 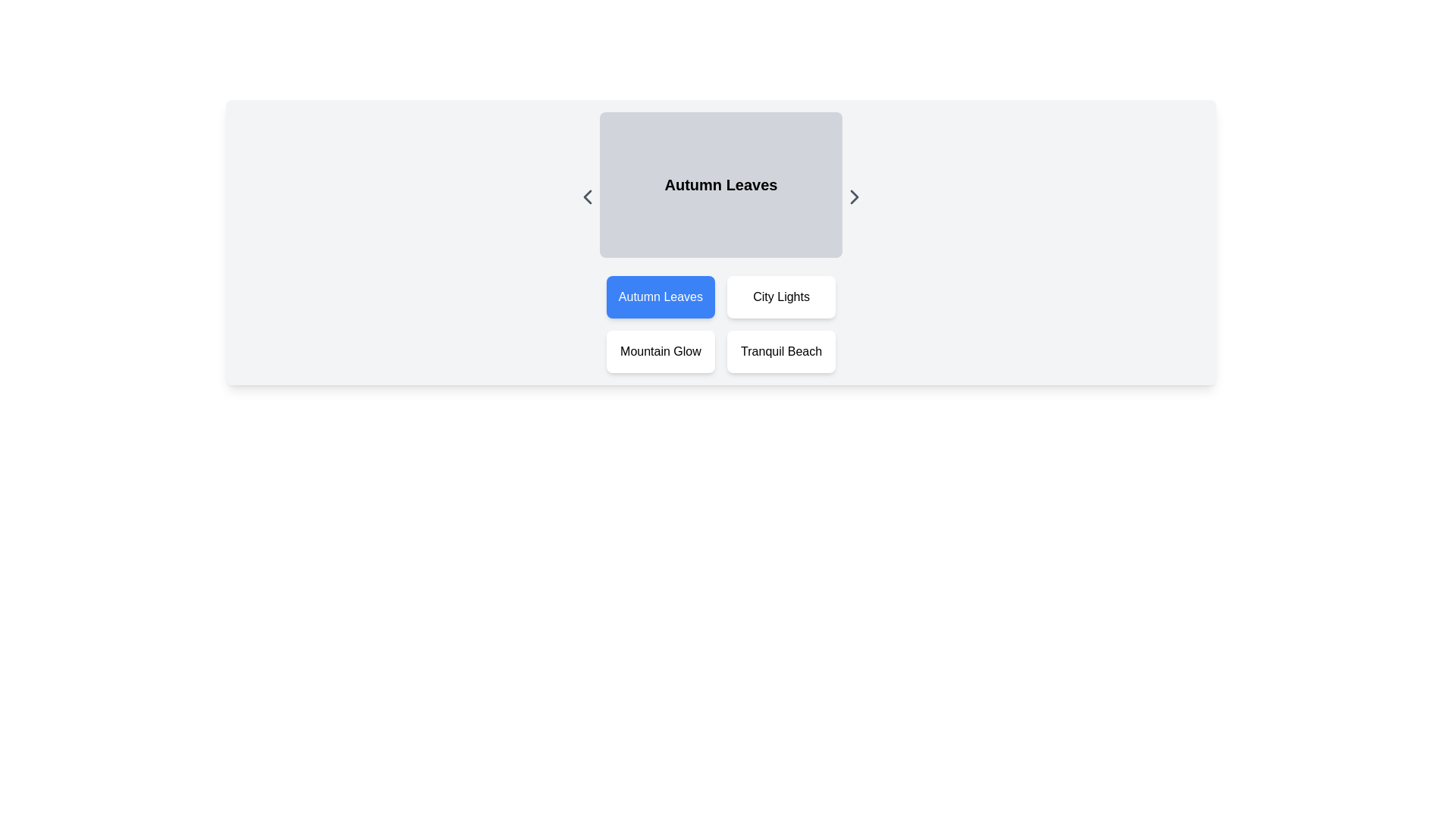 I want to click on the button that activates the 'City Lights' theme, positioned in the second column of the grid layout, to trigger potential hover effects, so click(x=781, y=297).